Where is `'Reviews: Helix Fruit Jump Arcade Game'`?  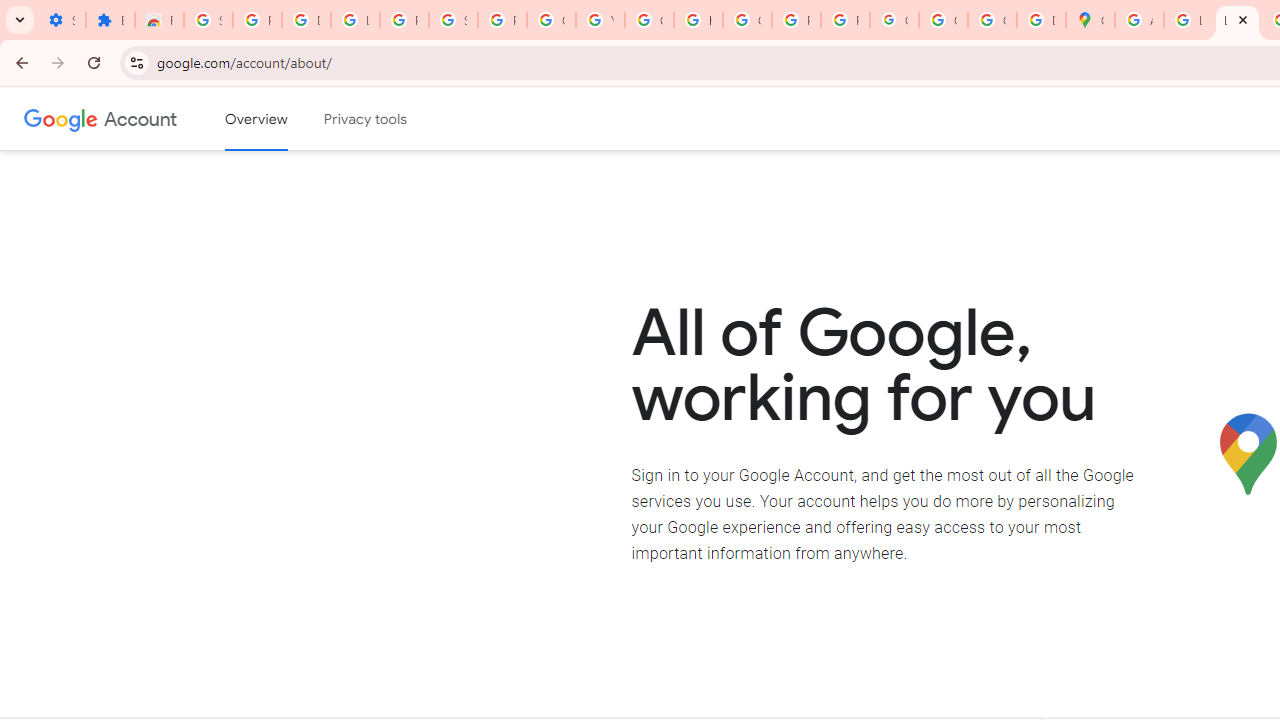 'Reviews: Helix Fruit Jump Arcade Game' is located at coordinates (158, 20).